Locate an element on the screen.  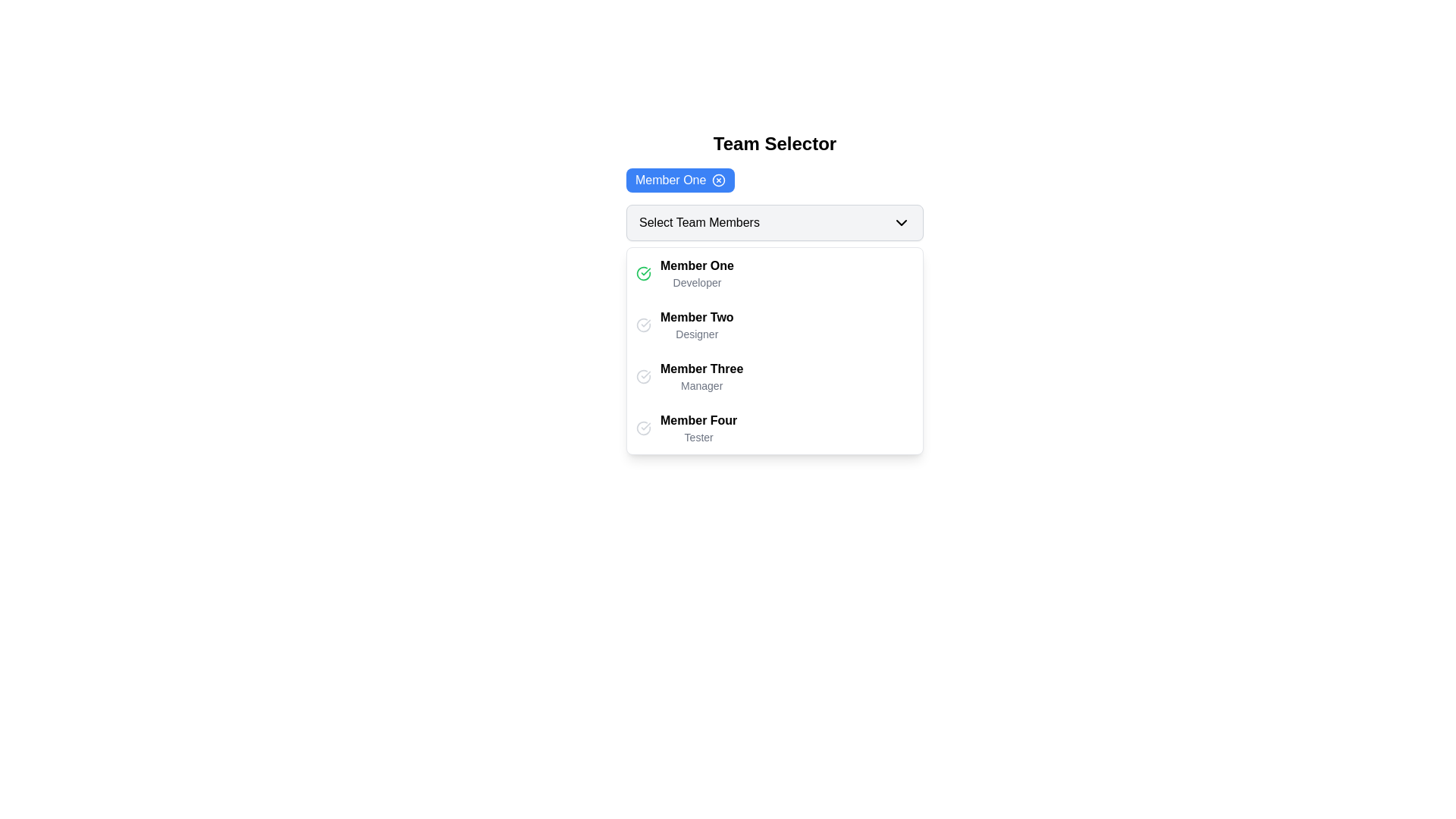
the 'Member One' text label in bold font style within the dropdown menu is located at coordinates (696, 265).